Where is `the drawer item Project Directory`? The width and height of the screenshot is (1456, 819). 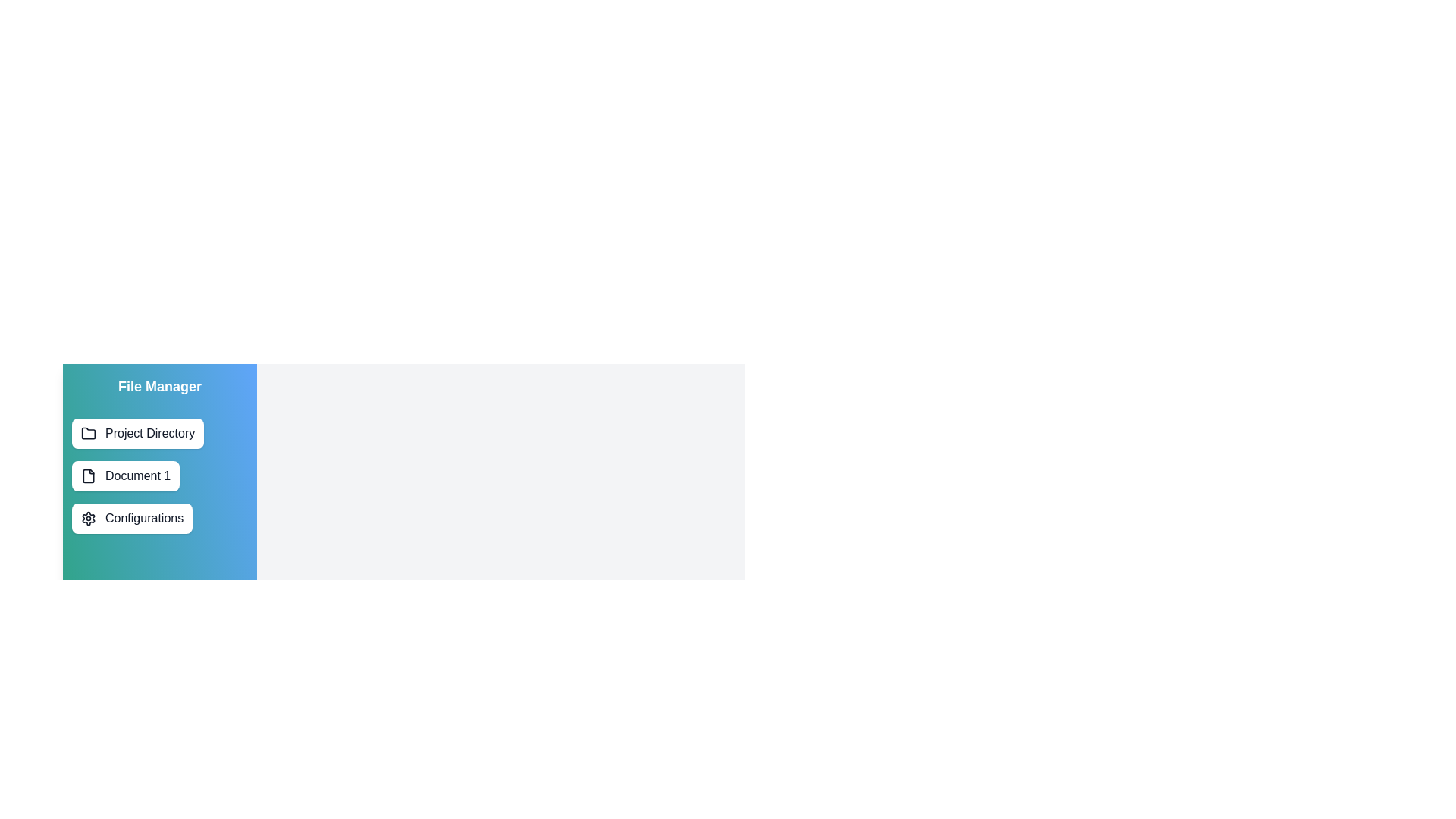 the drawer item Project Directory is located at coordinates (138, 433).